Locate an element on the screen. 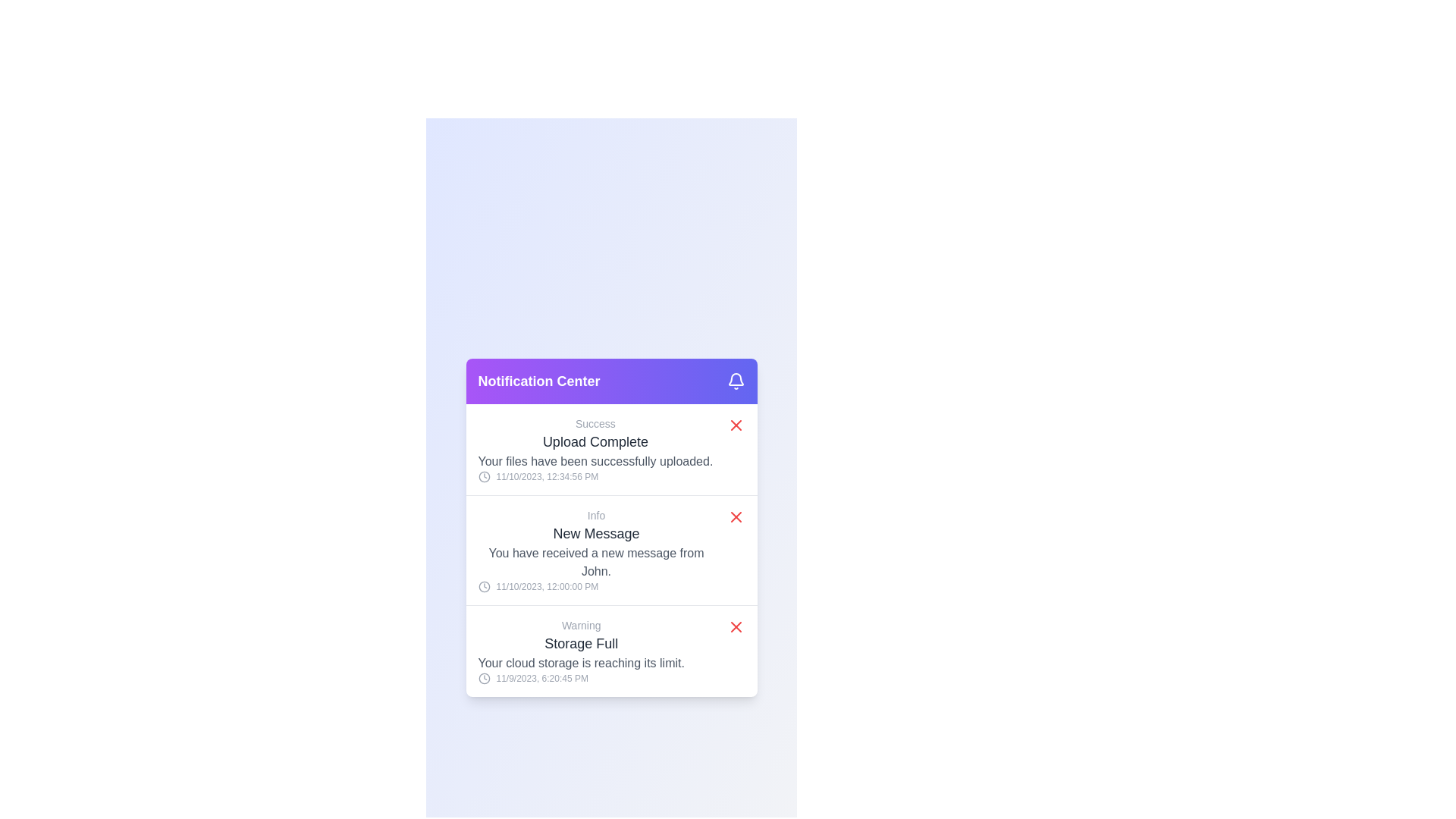  notification text indicating that the user's storage capacity is nearly full, located in the Notification Center, specifically the third line of the 'Storage Full' notification is located at coordinates (580, 663).